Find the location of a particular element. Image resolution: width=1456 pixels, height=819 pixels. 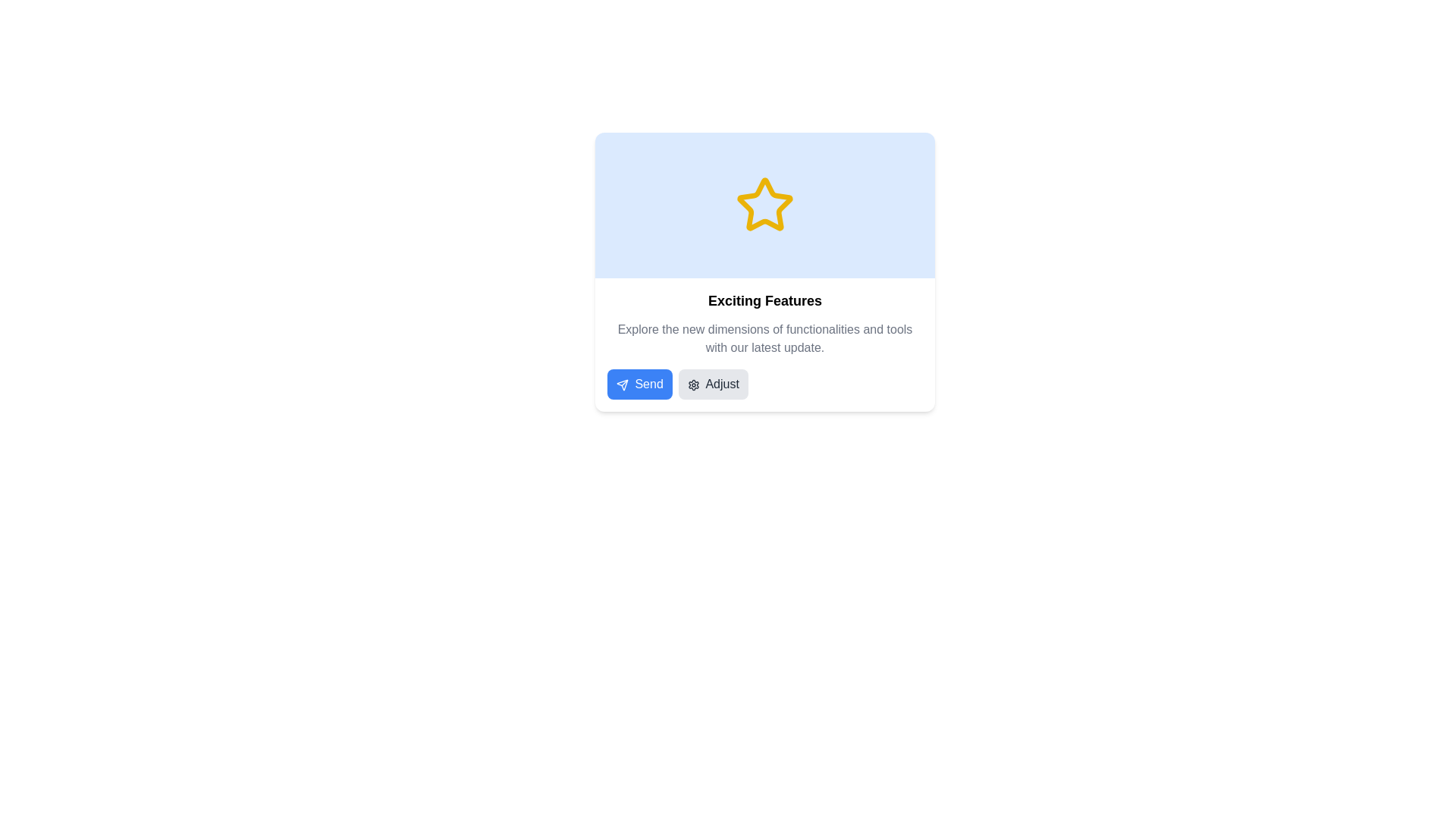

the text block that reads 'Explore the new dimensions of functionalities and tools with our latest update.', which is styled with gray color and located below the 'Exciting Features' heading is located at coordinates (764, 338).